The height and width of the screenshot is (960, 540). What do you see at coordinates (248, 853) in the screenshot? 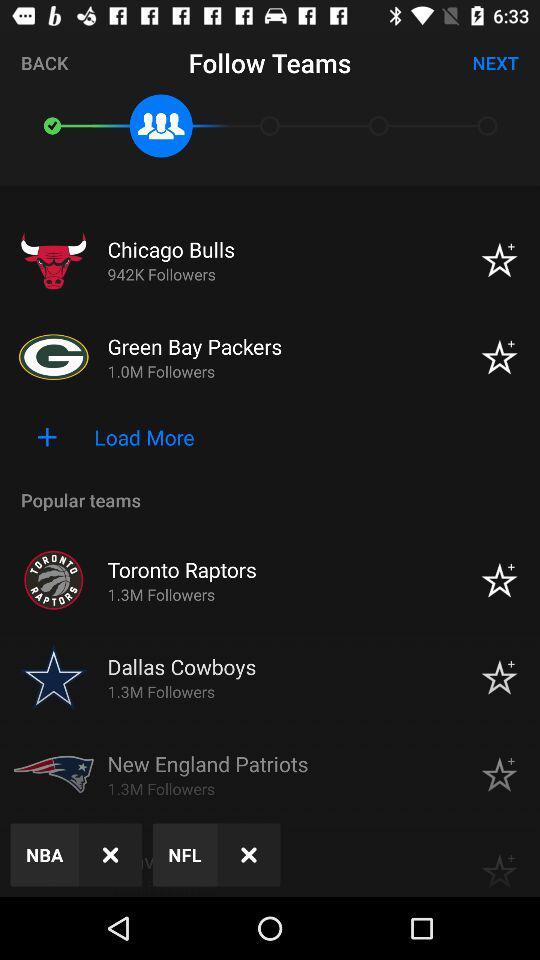
I see `the close icon` at bounding box center [248, 853].